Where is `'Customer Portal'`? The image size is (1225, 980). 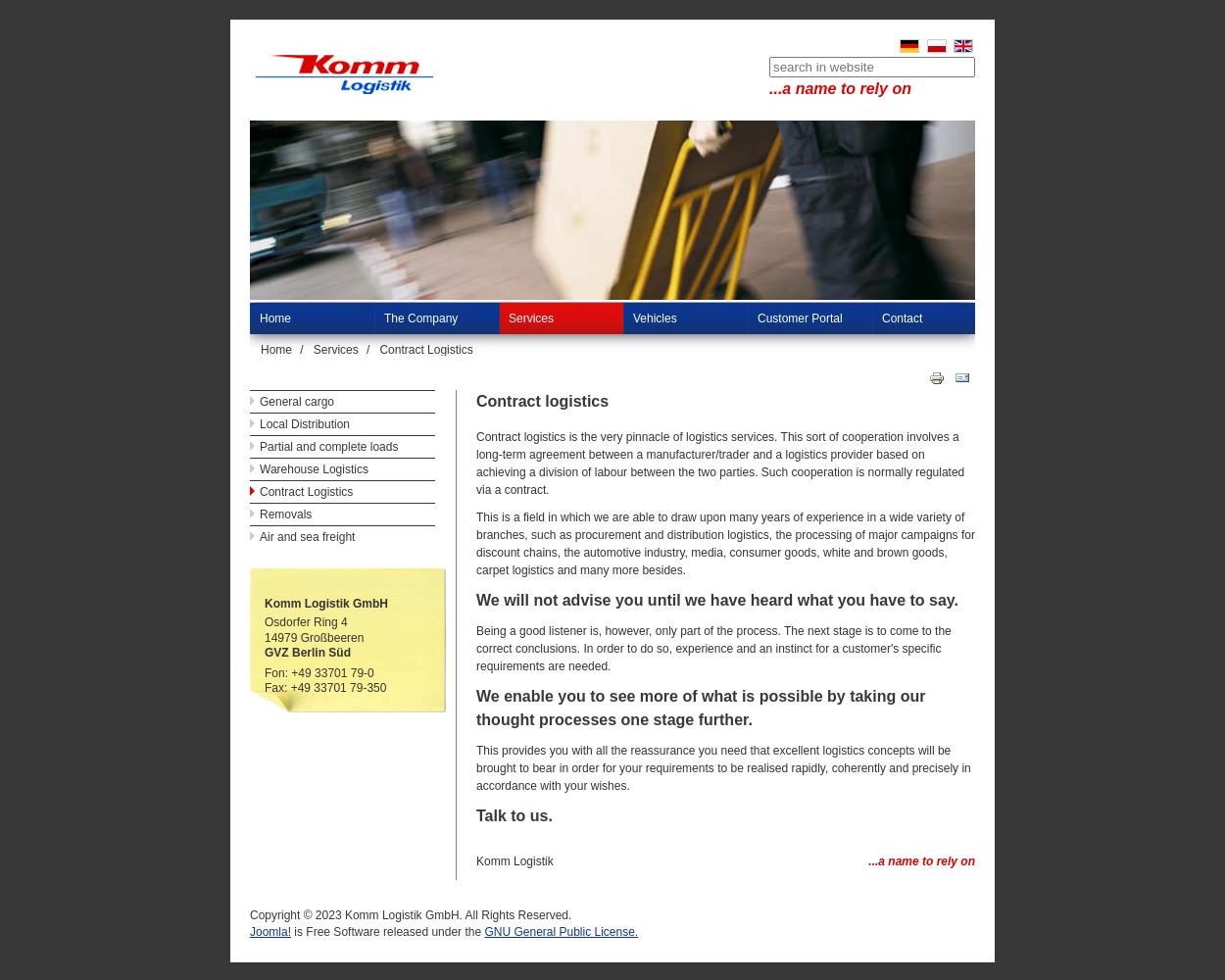 'Customer Portal' is located at coordinates (799, 318).